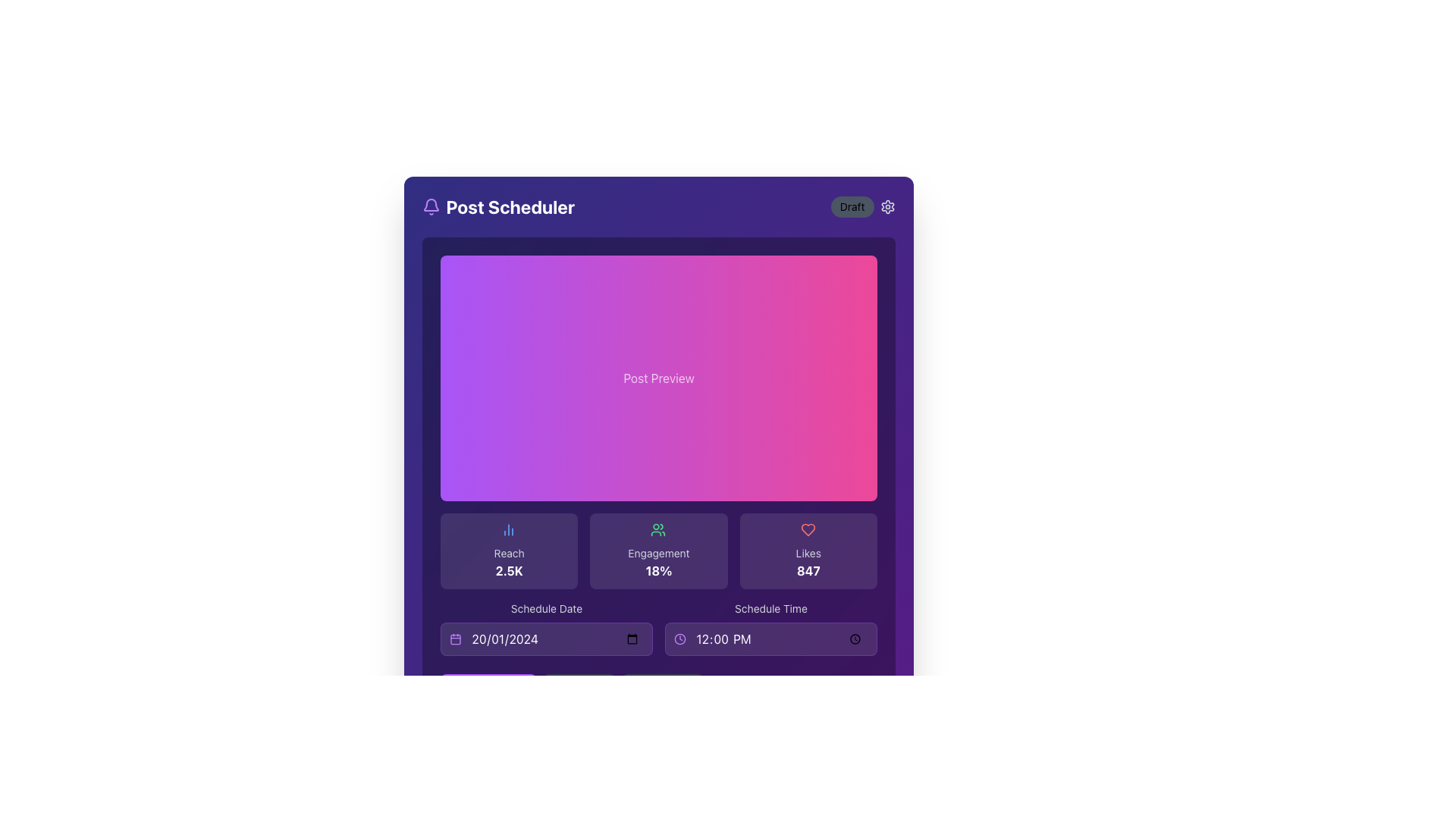  What do you see at coordinates (454, 639) in the screenshot?
I see `the calendar icon with a purple outline` at bounding box center [454, 639].